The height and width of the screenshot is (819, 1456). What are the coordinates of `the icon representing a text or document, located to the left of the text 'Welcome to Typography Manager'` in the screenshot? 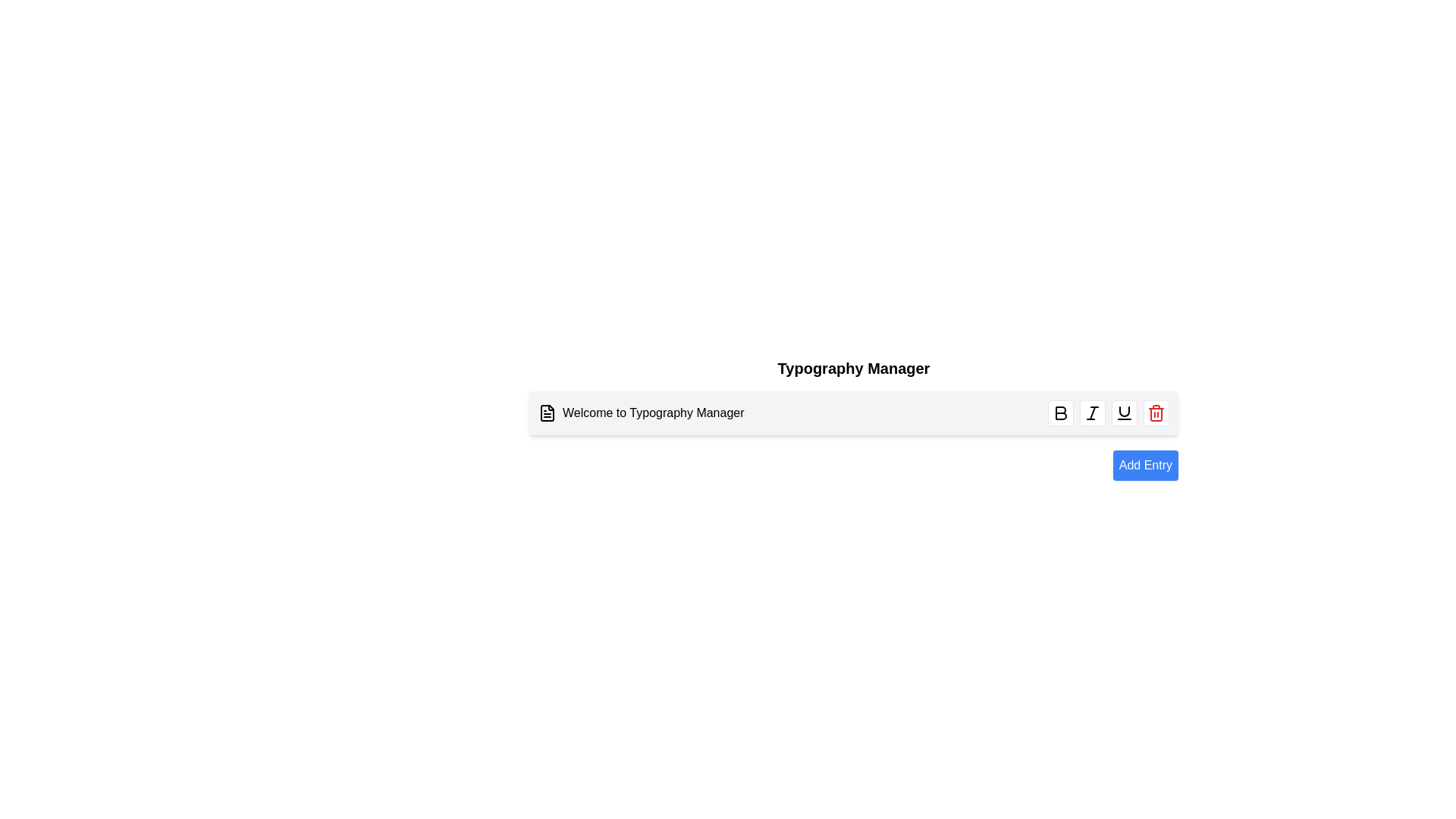 It's located at (546, 413).